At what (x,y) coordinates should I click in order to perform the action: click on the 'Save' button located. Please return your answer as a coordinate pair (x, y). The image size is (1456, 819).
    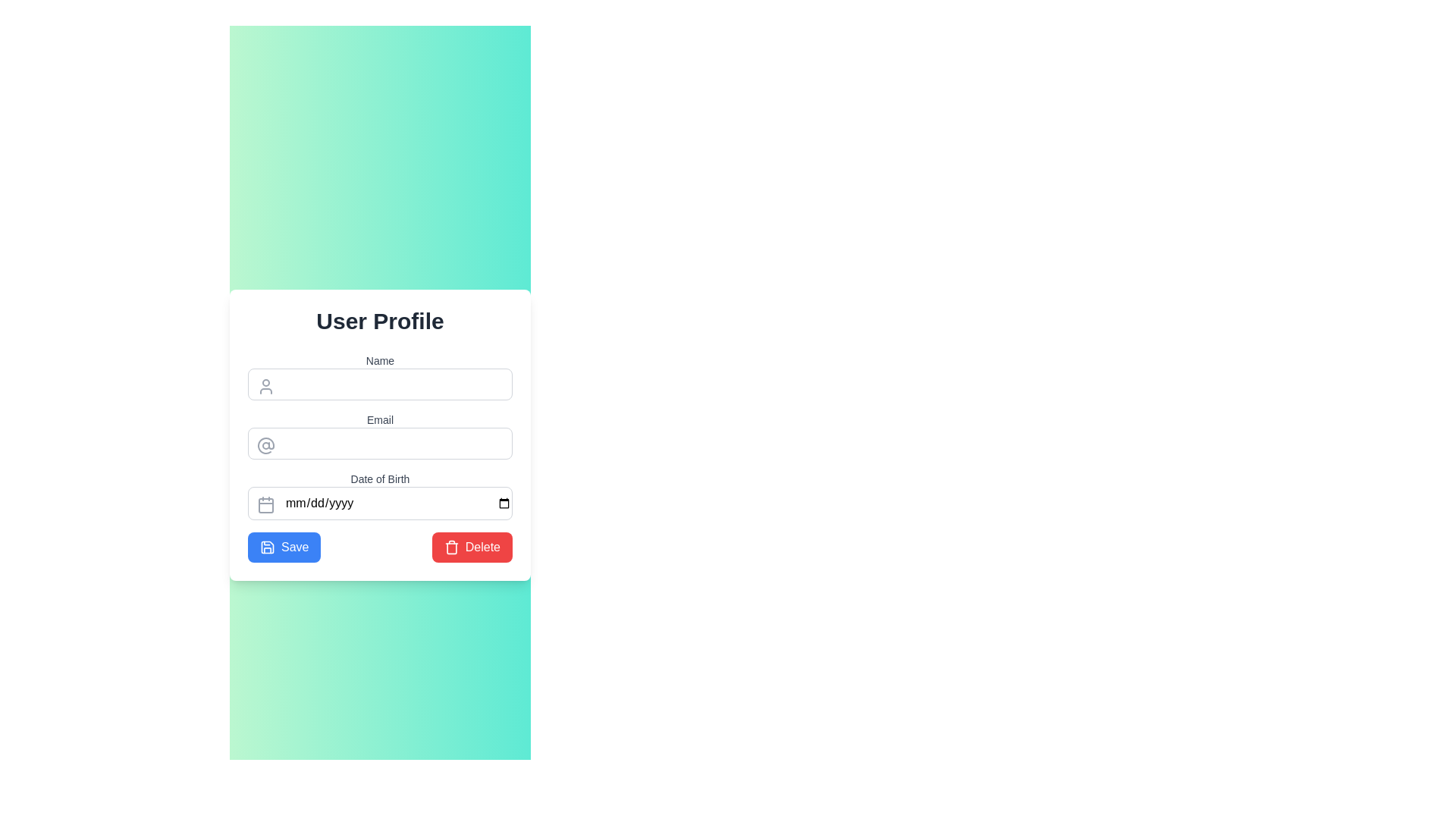
    Looking at the image, I should click on (284, 547).